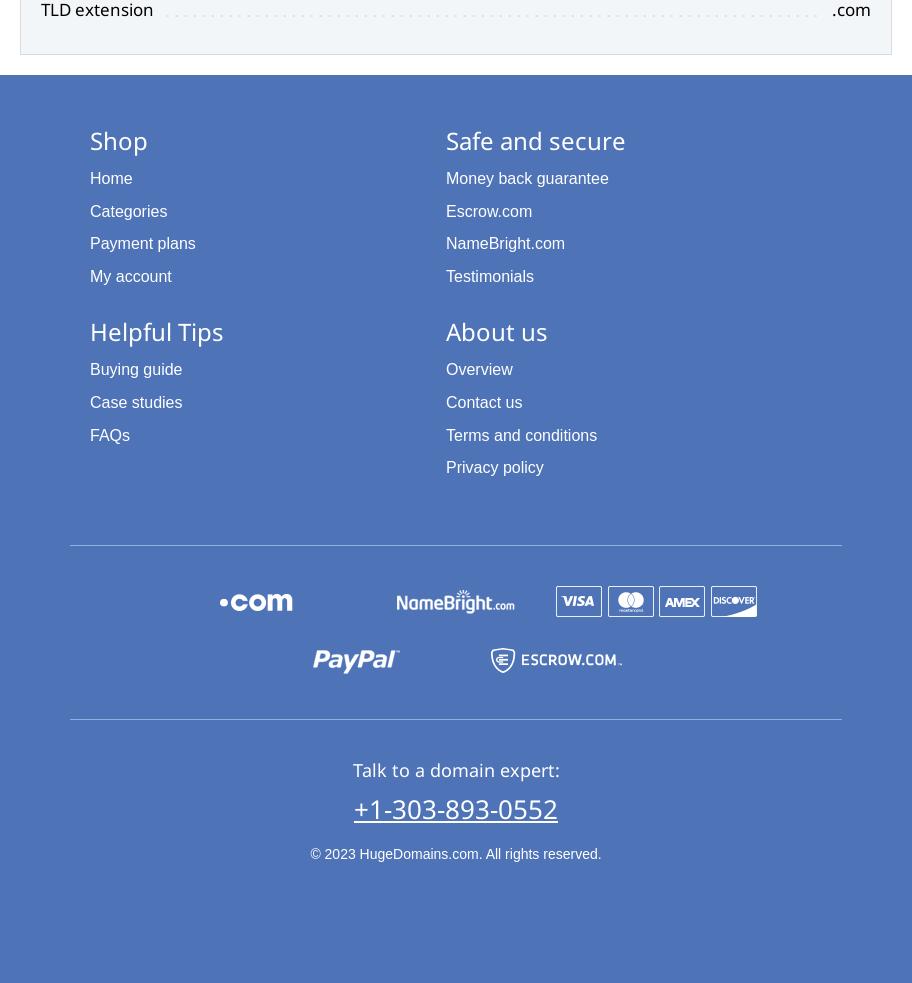  Describe the element at coordinates (444, 400) in the screenshot. I see `'Contact us'` at that location.